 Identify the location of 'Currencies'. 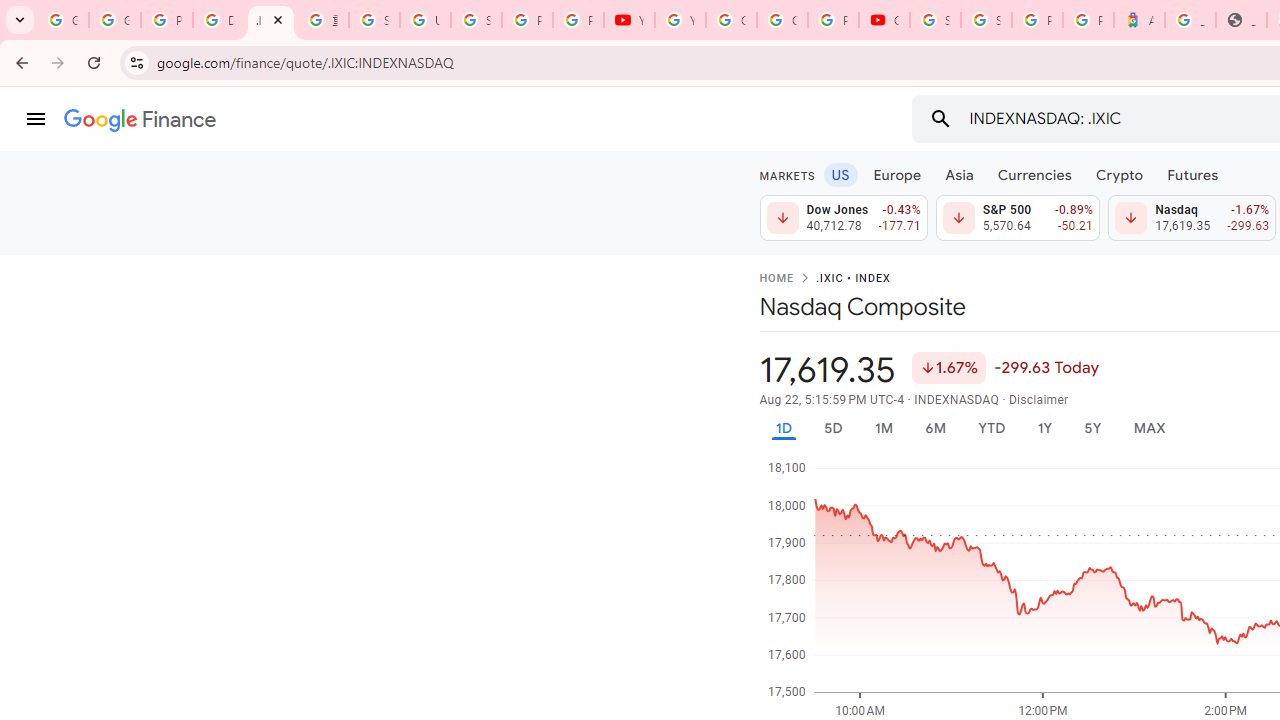
(1034, 173).